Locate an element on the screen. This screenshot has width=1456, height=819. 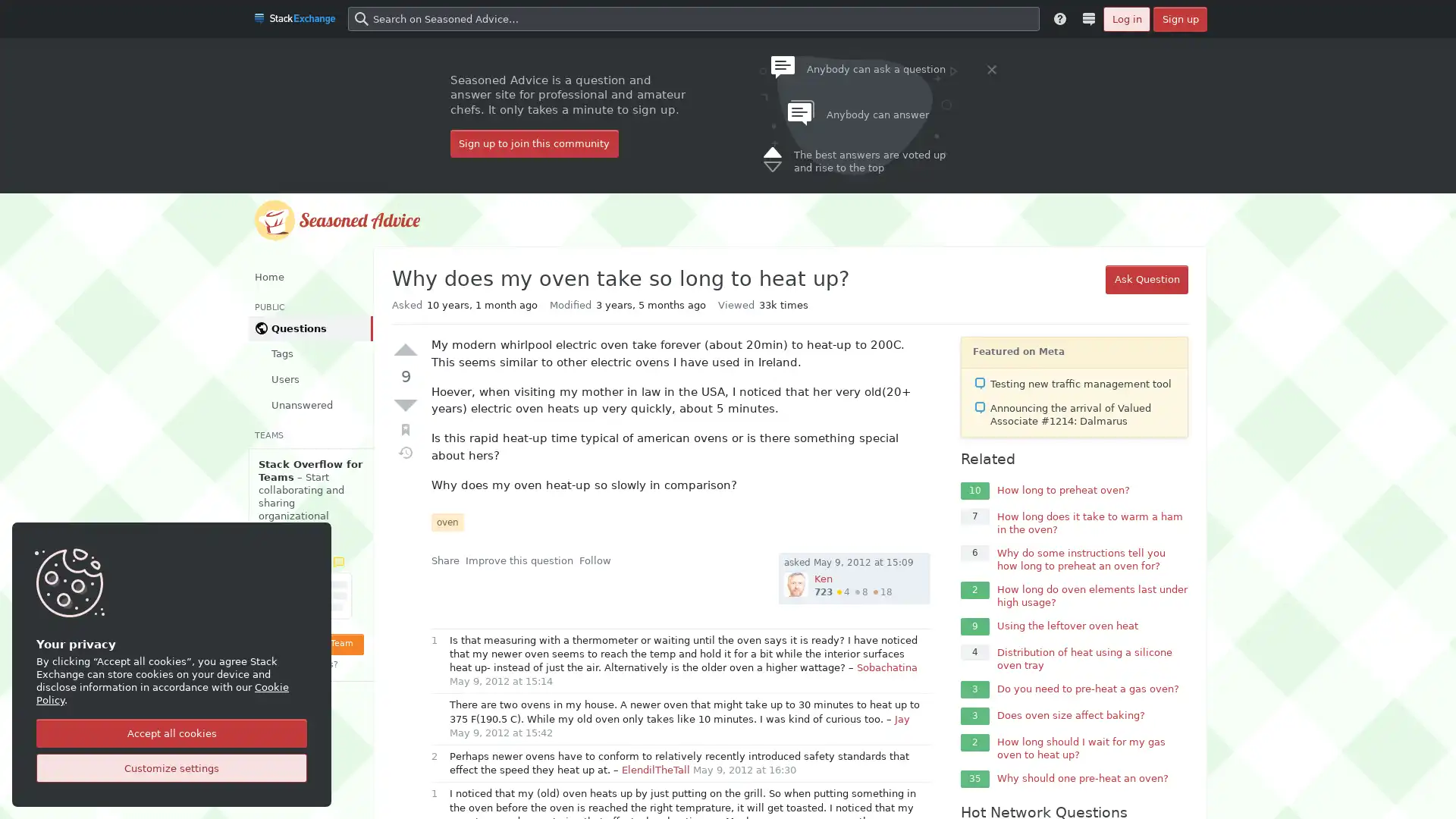
Down vote is located at coordinates (405, 403).